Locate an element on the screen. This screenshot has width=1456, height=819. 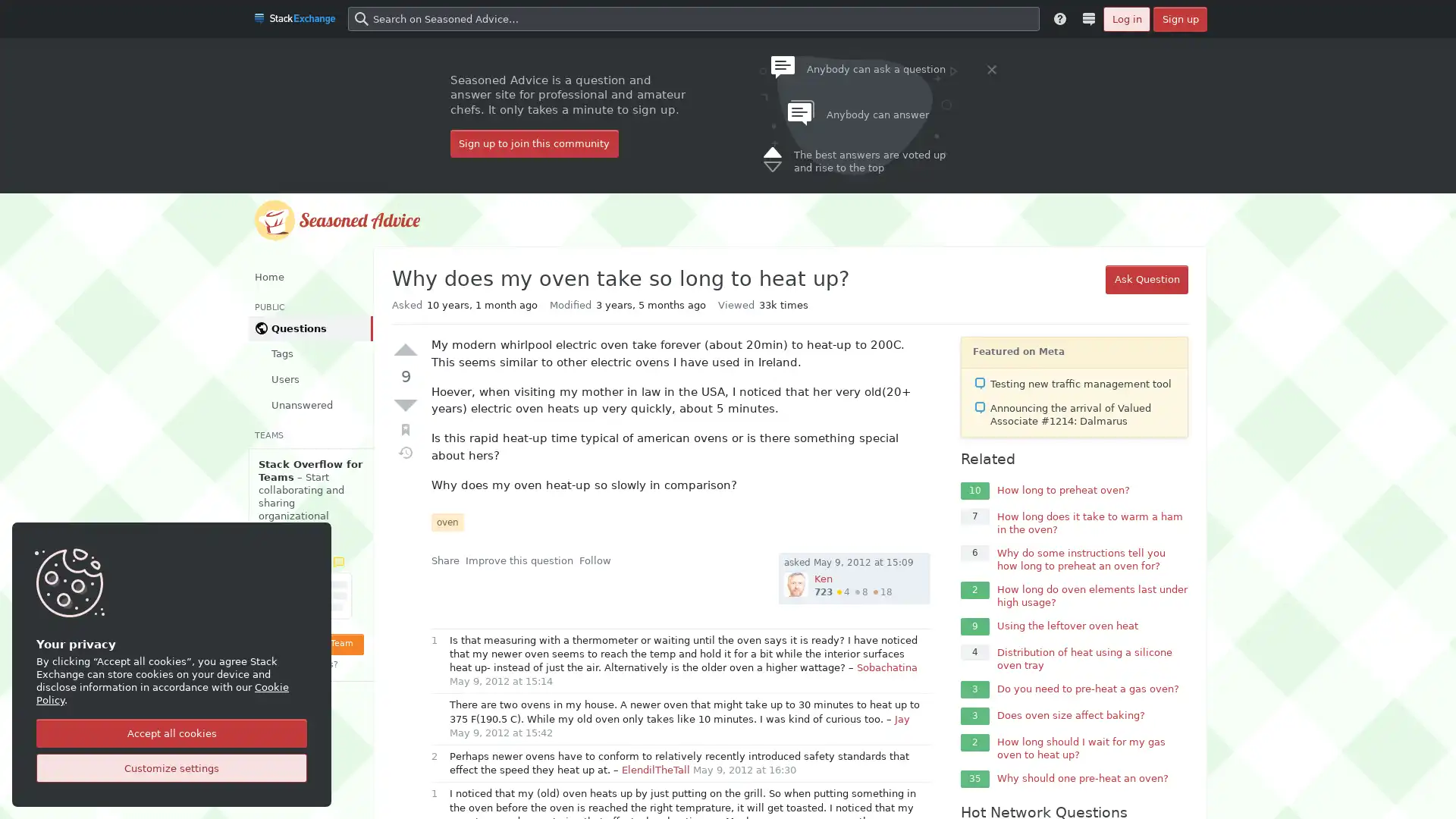
Down vote is located at coordinates (405, 403).